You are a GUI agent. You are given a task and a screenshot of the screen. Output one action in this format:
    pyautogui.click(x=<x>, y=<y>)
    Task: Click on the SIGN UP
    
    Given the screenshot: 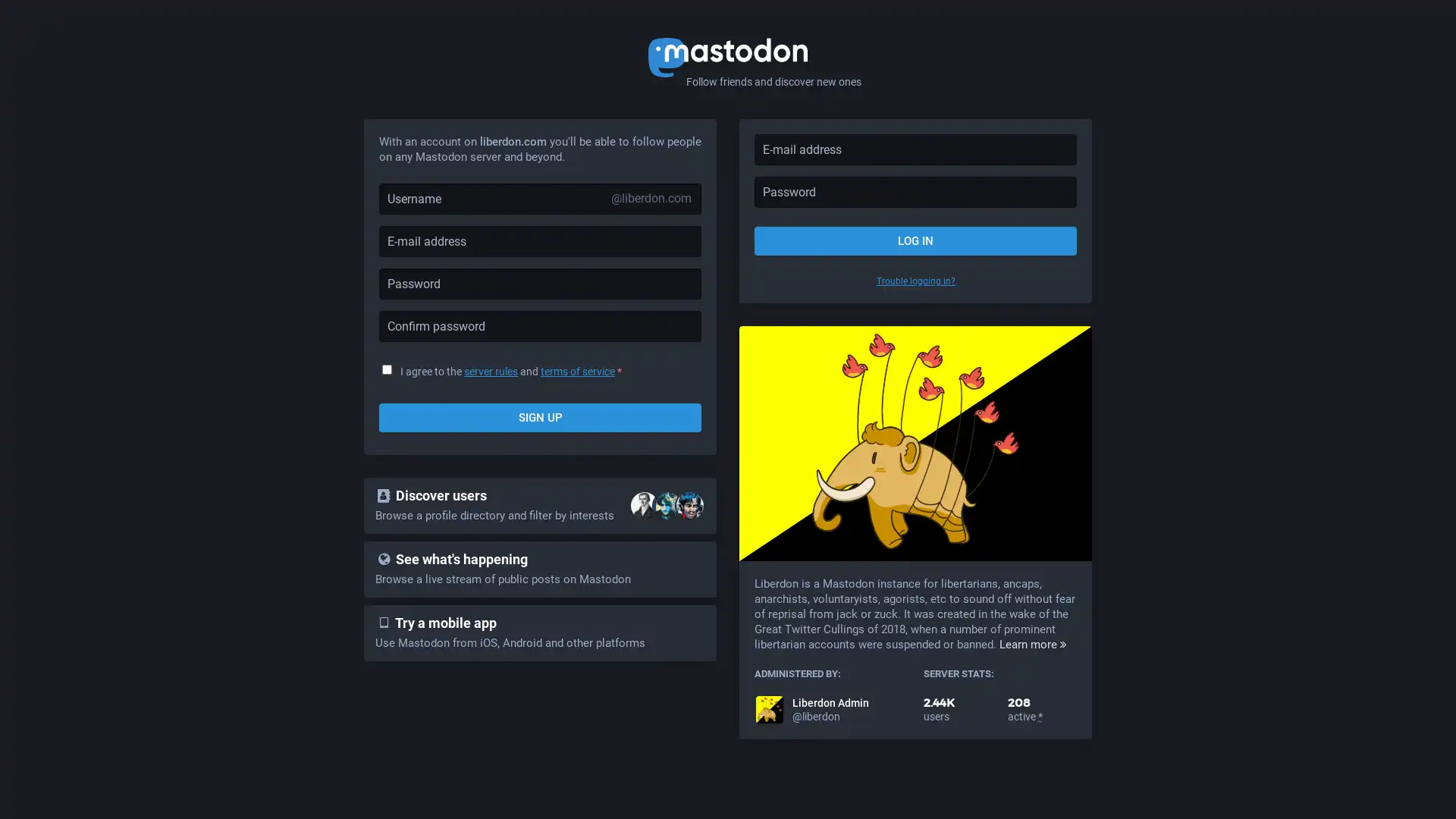 What is the action you would take?
    pyautogui.click(x=540, y=418)
    